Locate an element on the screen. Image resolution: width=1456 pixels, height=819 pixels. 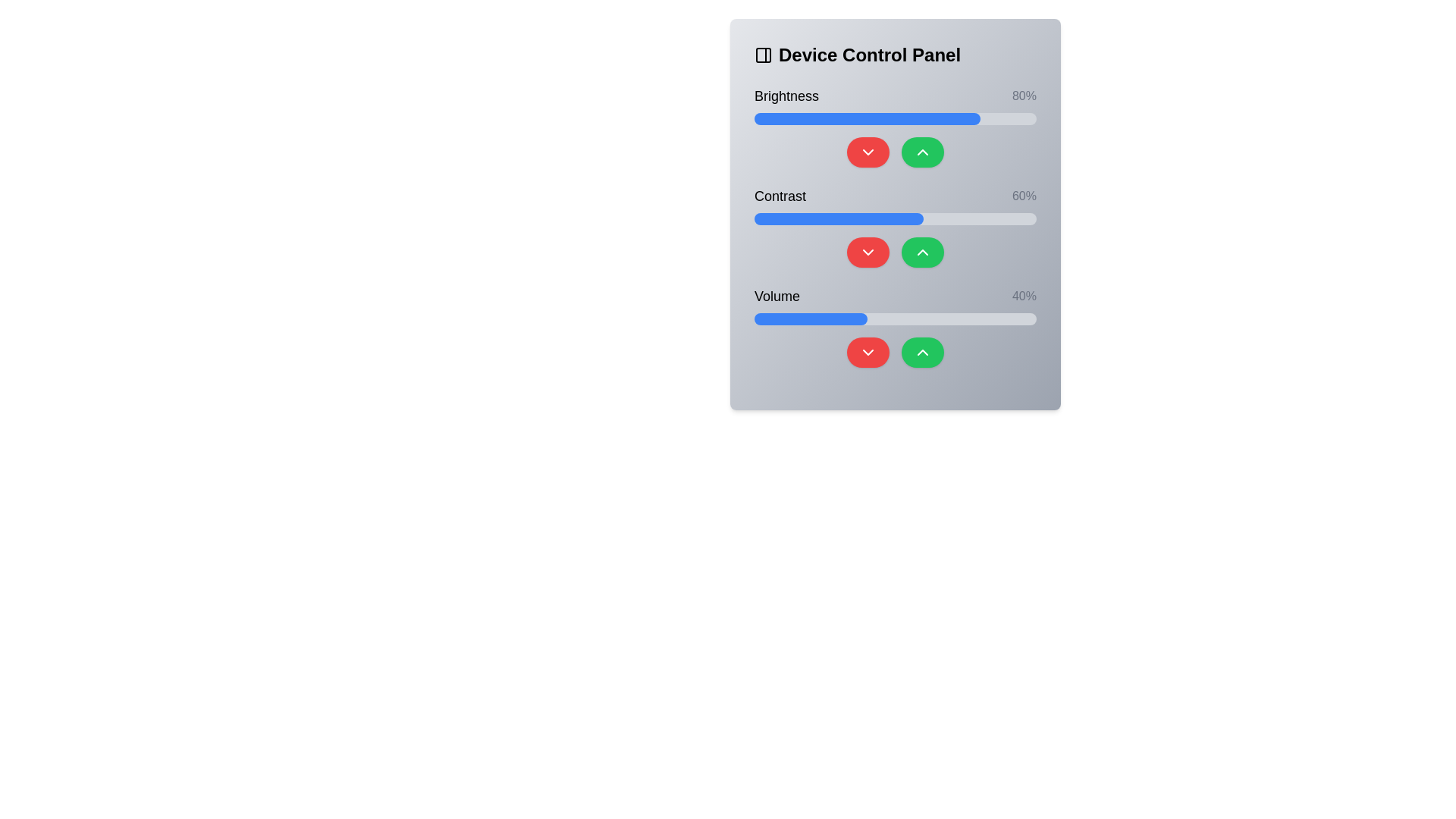
the rightmost rounded button with a green background and white text, featuring an upward-pointing chevron arrow icon, located under the 'Brightness' label in the control panel is located at coordinates (922, 152).